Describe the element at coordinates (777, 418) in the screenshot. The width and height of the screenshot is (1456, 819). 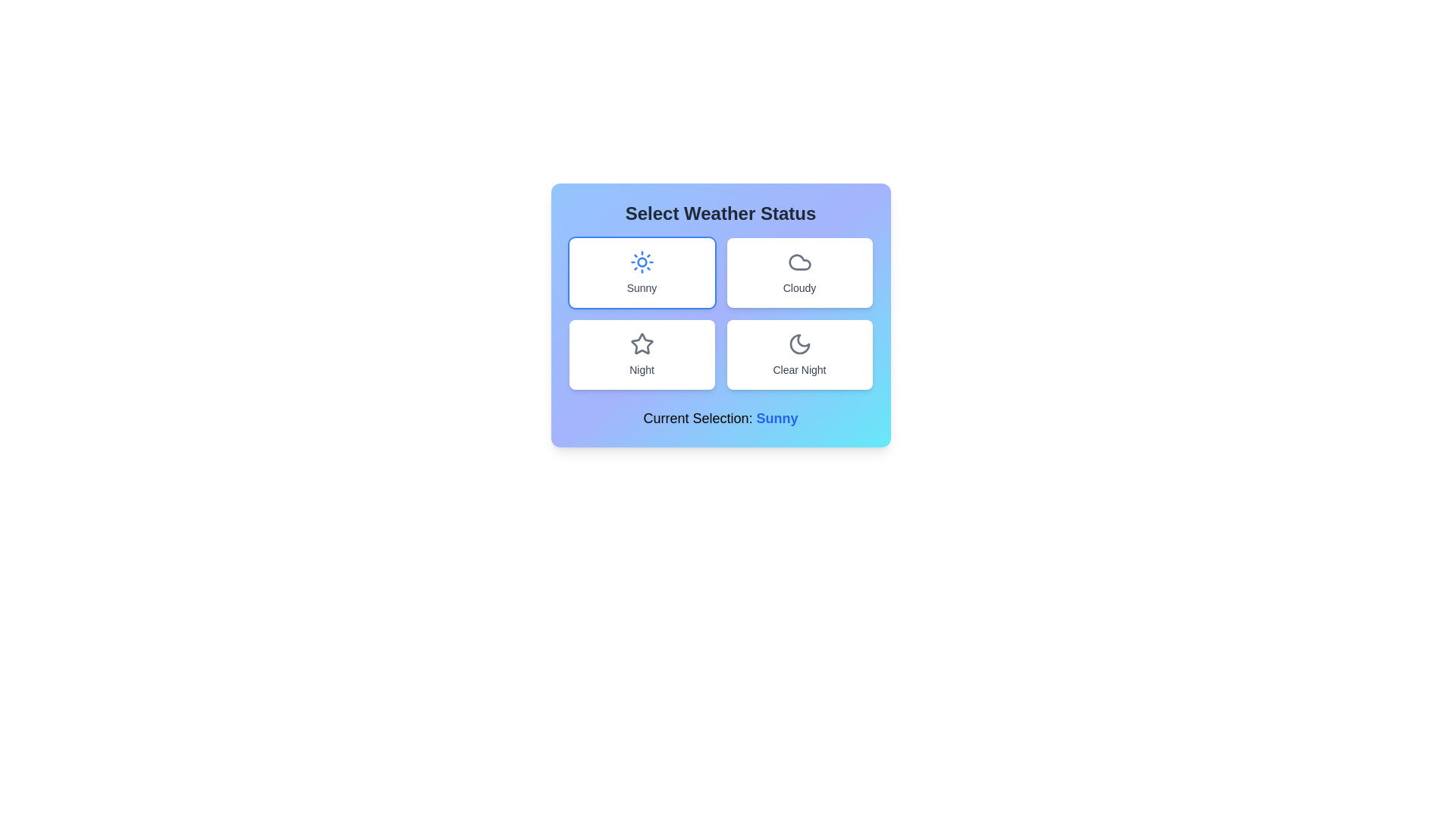
I see `the text label indicating the currently selected weather condition, which displays 'Current Selection: Sunny'` at that location.